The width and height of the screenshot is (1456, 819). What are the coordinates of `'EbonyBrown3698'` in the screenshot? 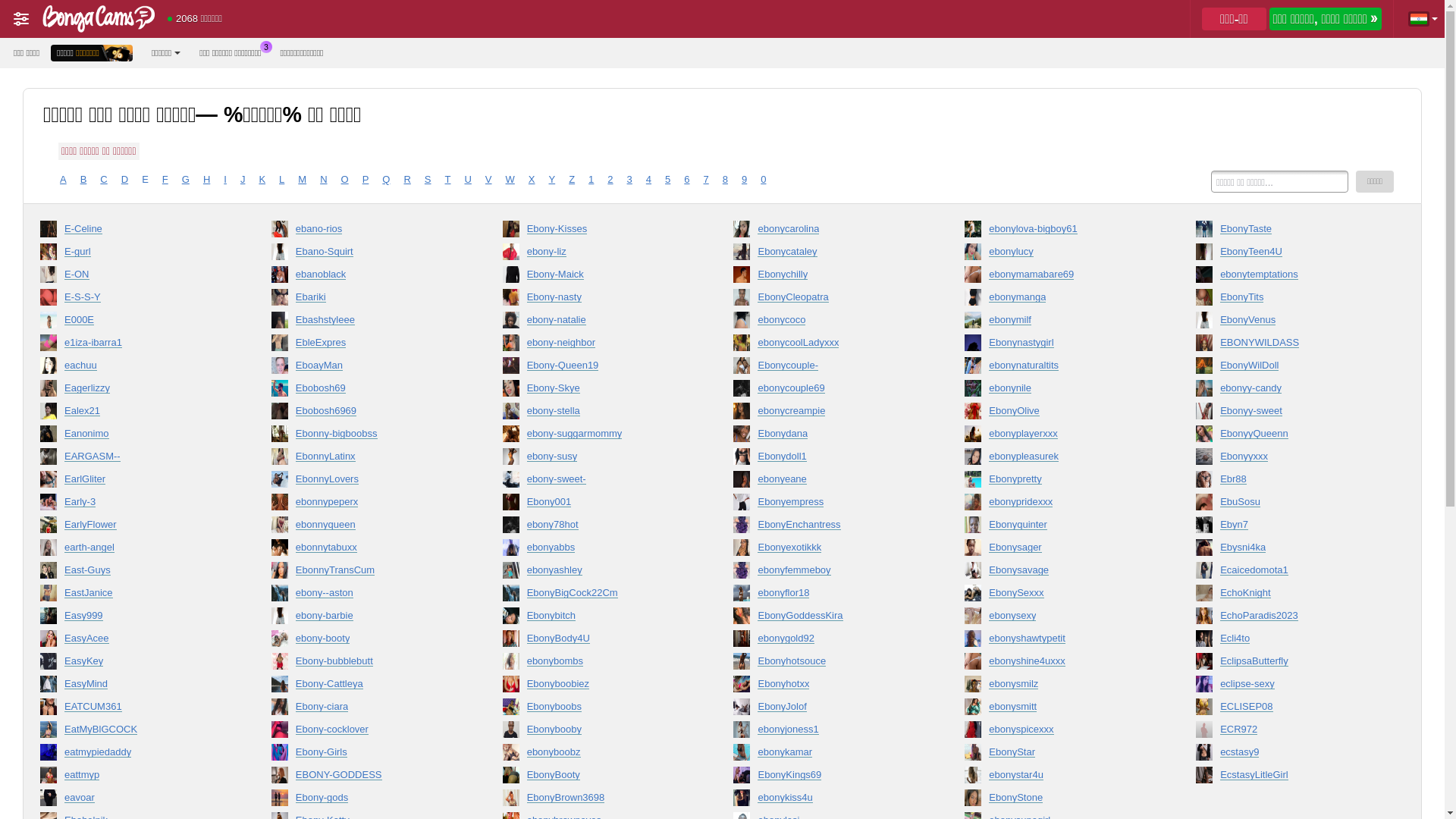 It's located at (502, 800).